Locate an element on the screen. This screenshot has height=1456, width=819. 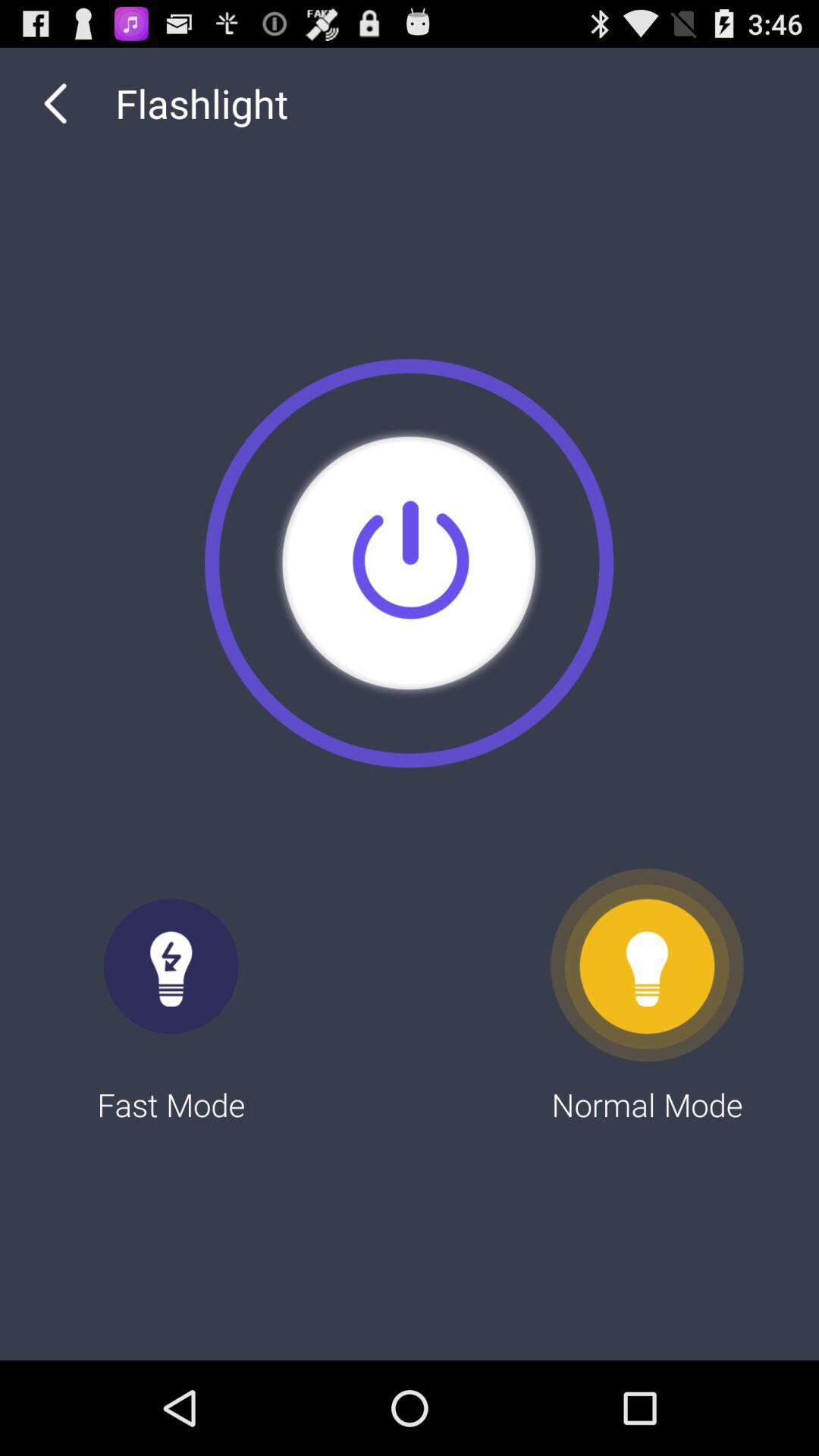
the fast mode is located at coordinates (171, 996).